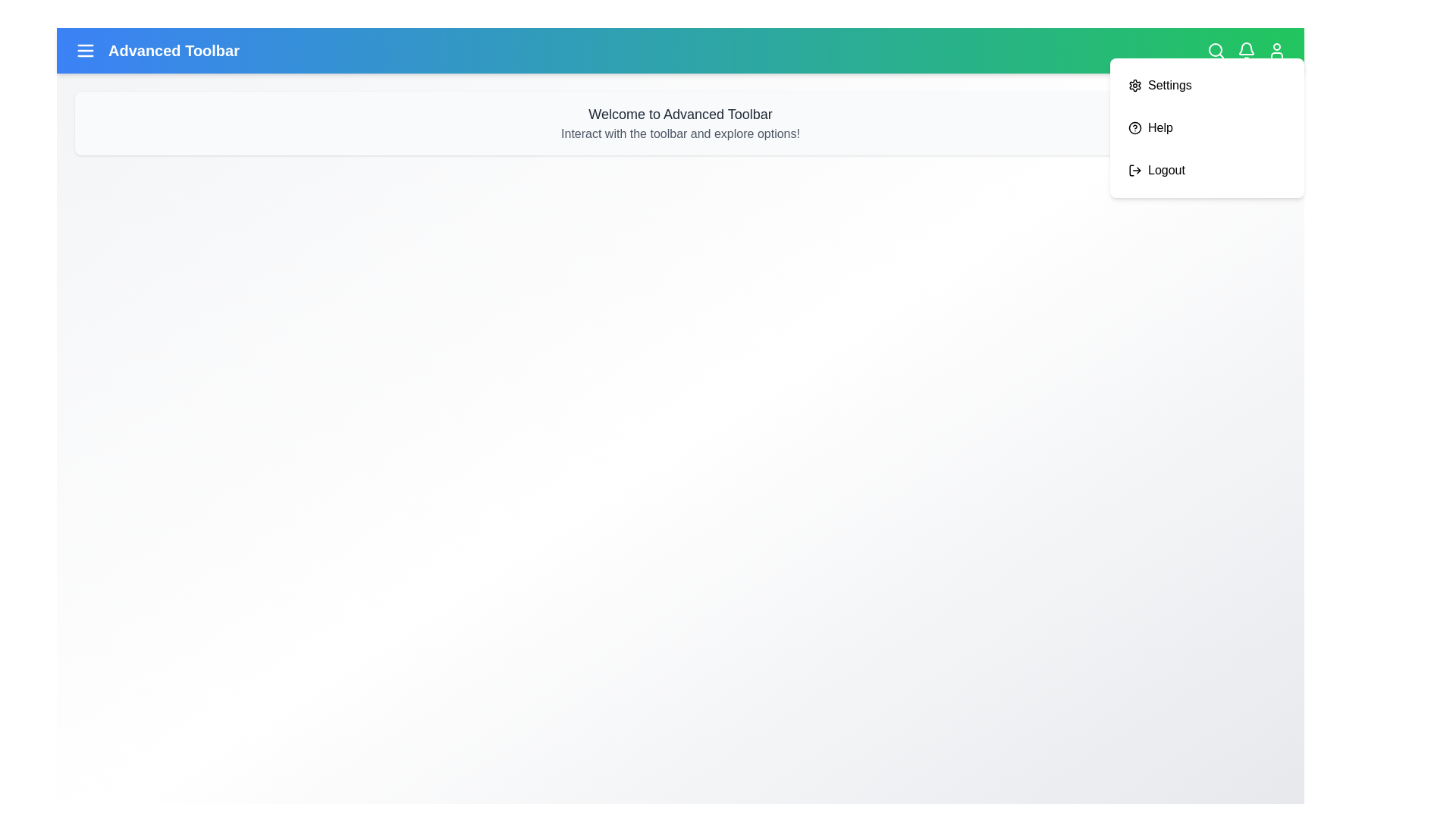  I want to click on the 'Logout' option in the menu, so click(1165, 170).